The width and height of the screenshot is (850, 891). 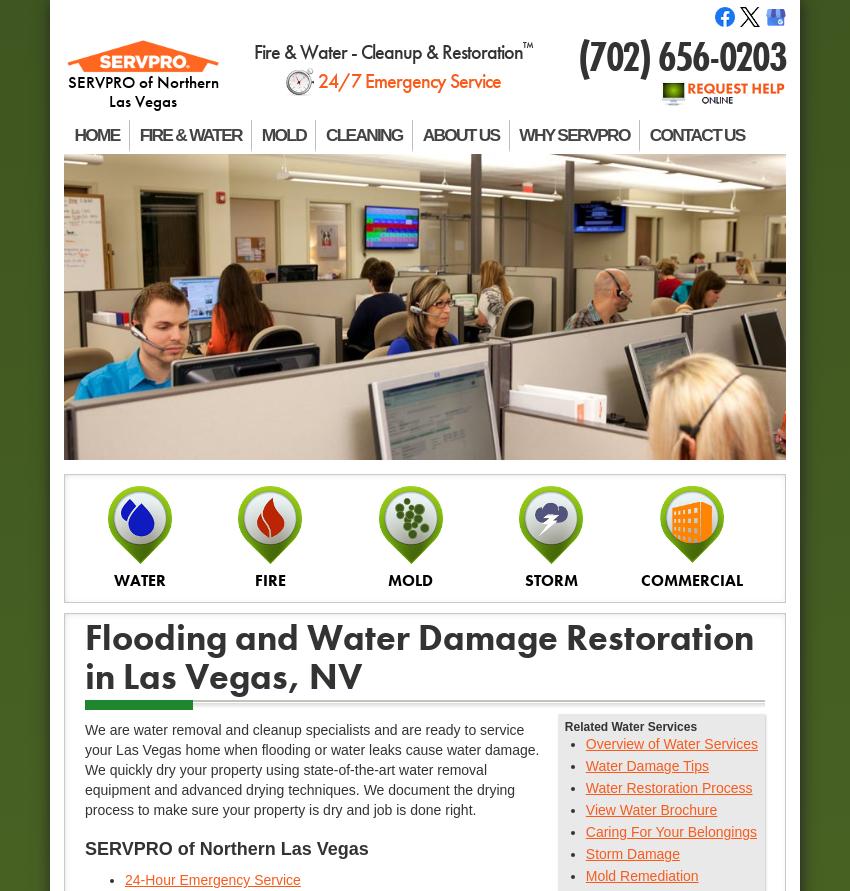 I want to click on 'FIRE', so click(x=268, y=579).